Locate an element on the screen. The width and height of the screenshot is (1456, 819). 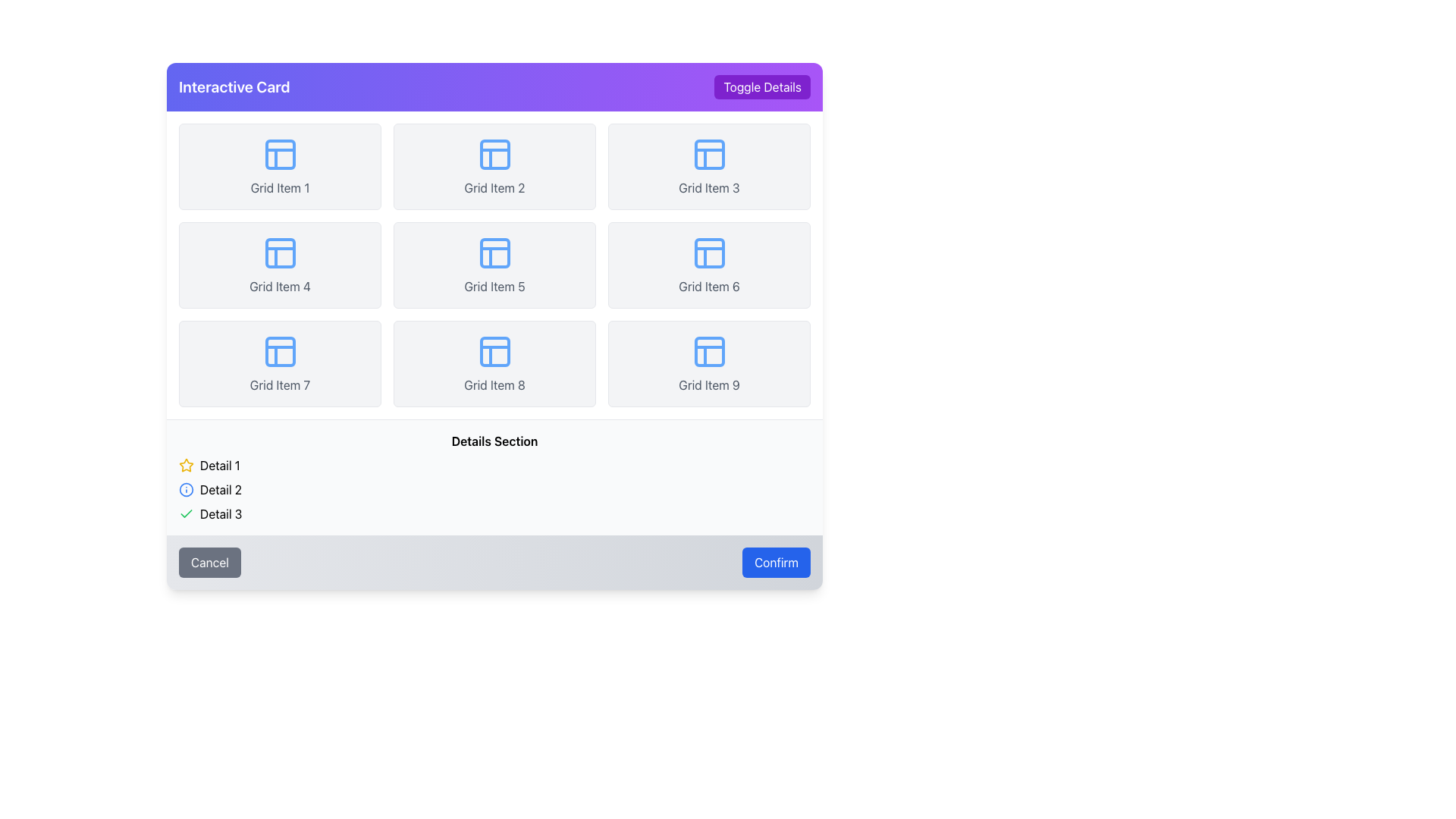
SVG properties of the graphical element located in the top-left corner of the fourth grid cell in a 3x3 layout, which is centered within the interface is located at coordinates (280, 253).